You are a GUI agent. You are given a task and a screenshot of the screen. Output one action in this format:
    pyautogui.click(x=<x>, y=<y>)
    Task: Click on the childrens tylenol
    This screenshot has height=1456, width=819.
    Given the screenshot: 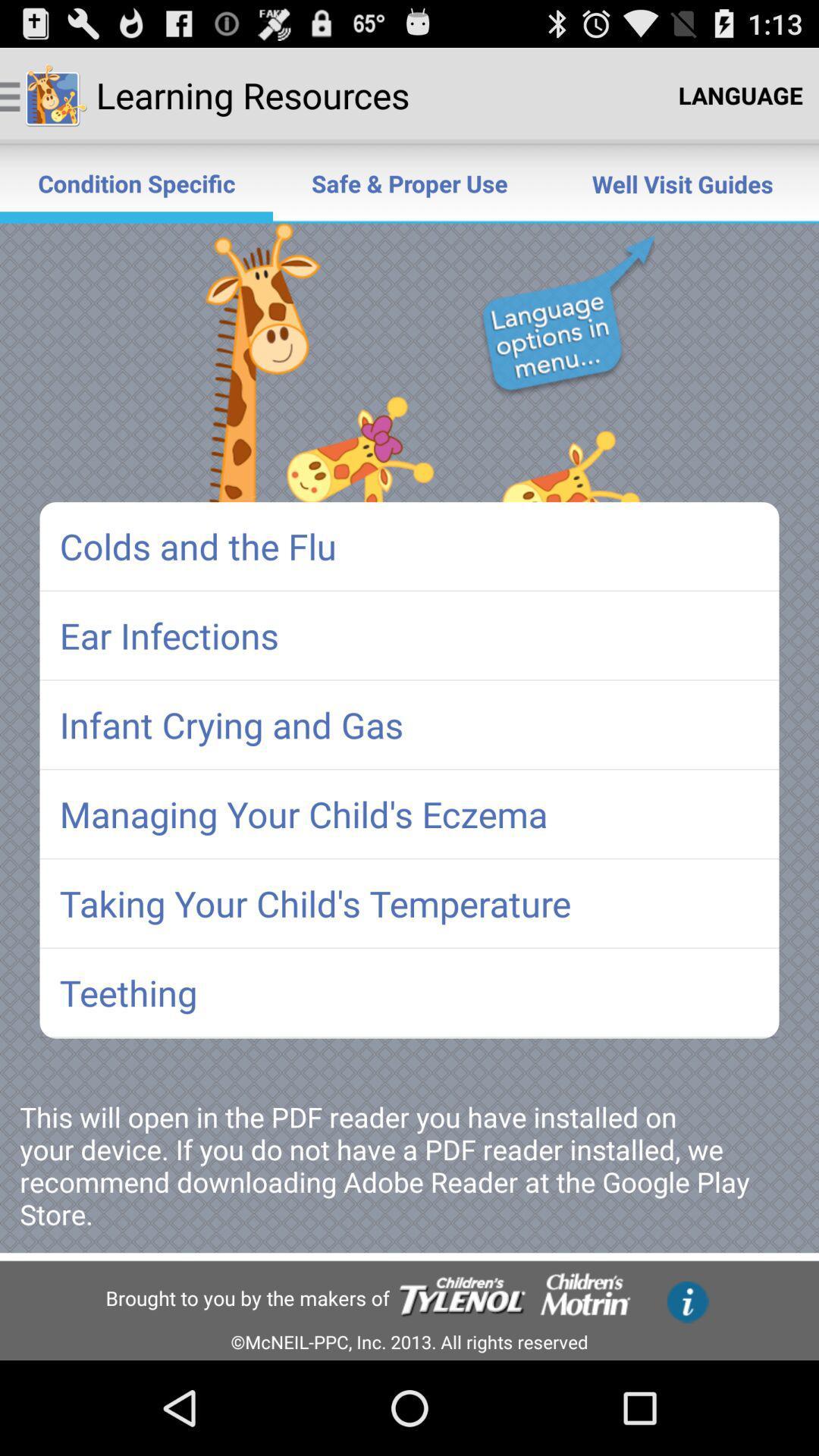 What is the action you would take?
    pyautogui.click(x=462, y=1298)
    